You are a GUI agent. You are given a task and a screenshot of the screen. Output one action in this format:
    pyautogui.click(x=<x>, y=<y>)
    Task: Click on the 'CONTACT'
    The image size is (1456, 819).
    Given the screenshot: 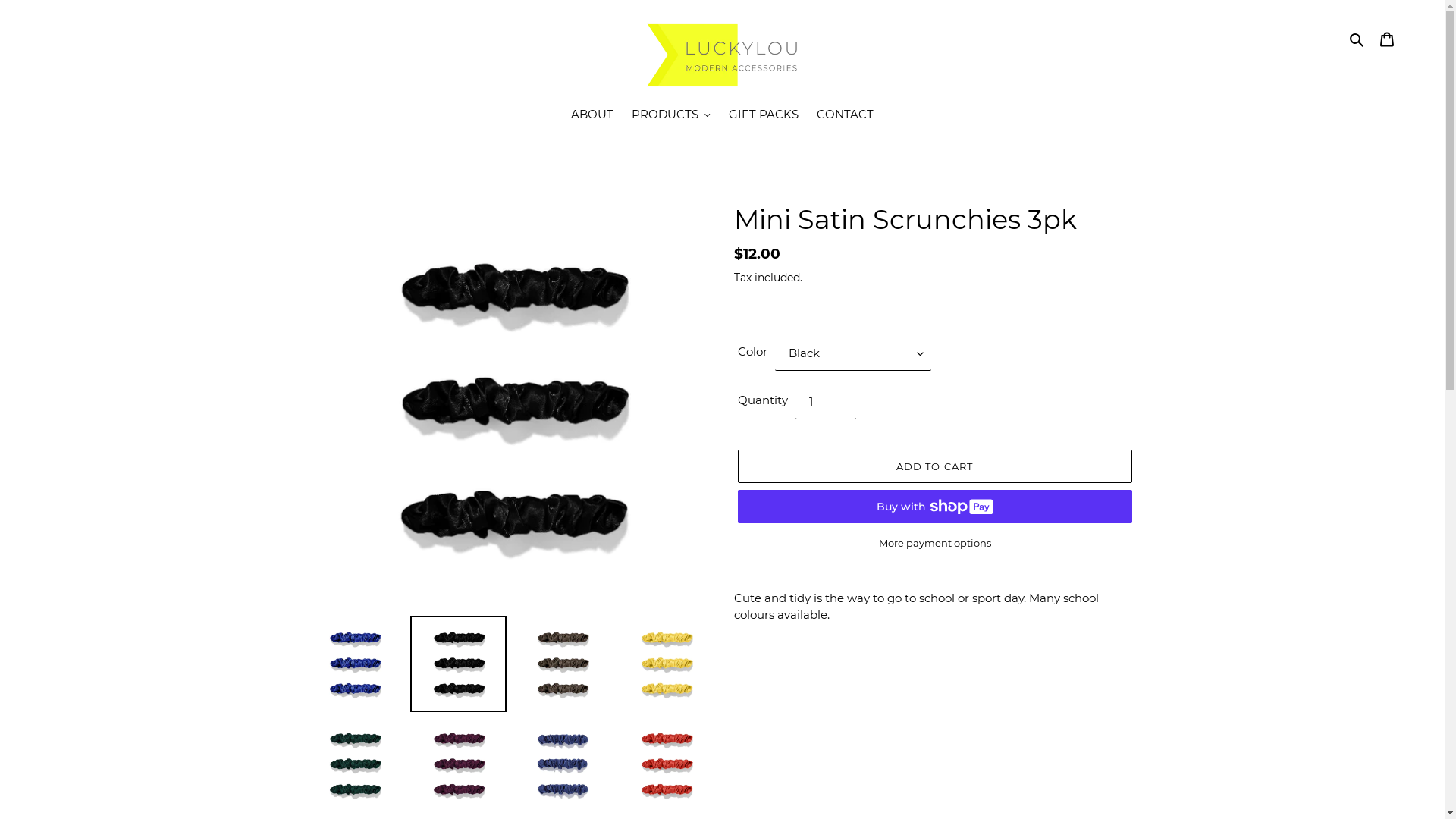 What is the action you would take?
    pyautogui.click(x=808, y=115)
    